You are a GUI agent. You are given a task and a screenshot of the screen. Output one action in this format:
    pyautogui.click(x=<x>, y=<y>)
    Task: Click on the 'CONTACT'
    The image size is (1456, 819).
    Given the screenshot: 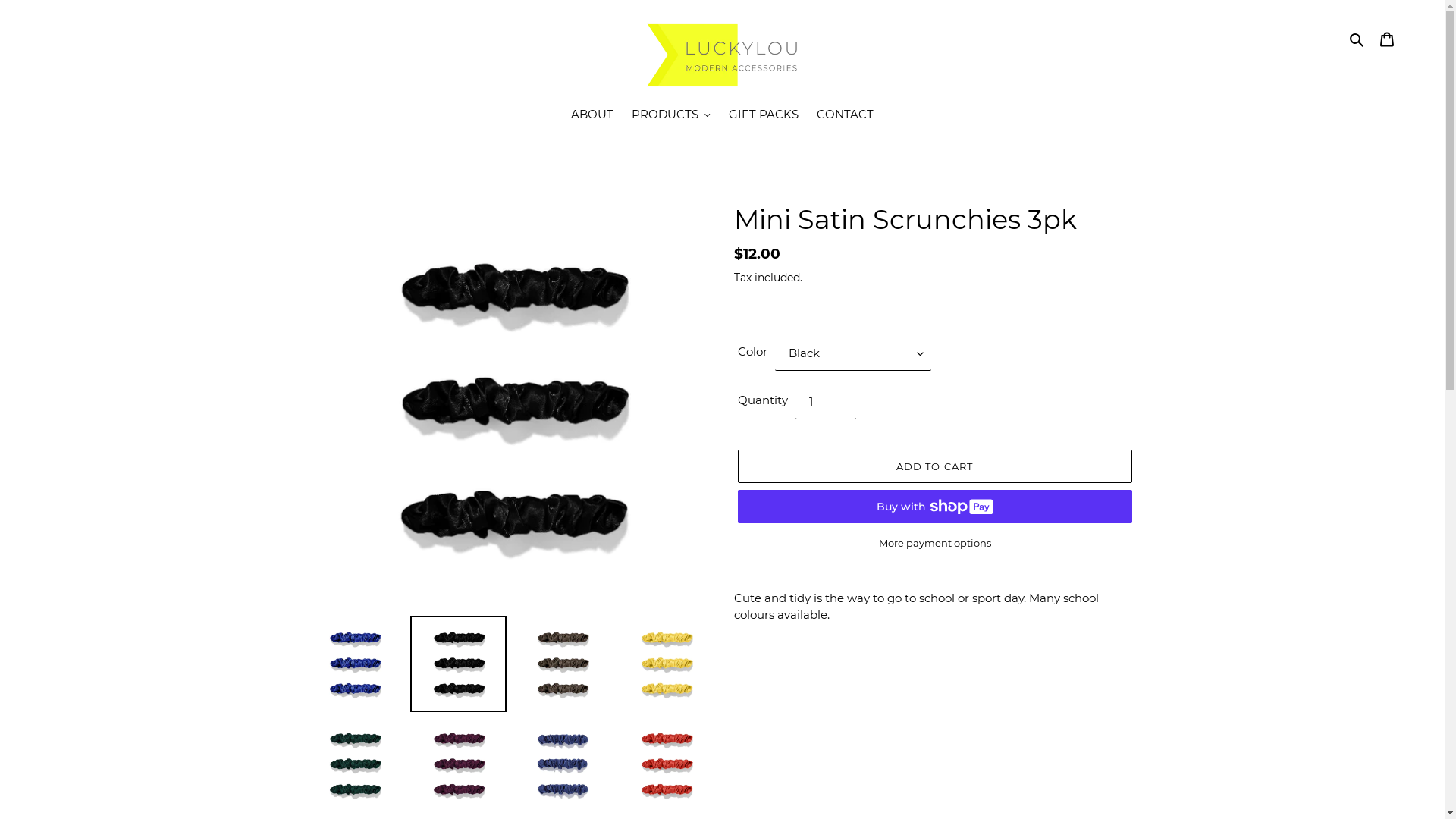 What is the action you would take?
    pyautogui.click(x=808, y=115)
    